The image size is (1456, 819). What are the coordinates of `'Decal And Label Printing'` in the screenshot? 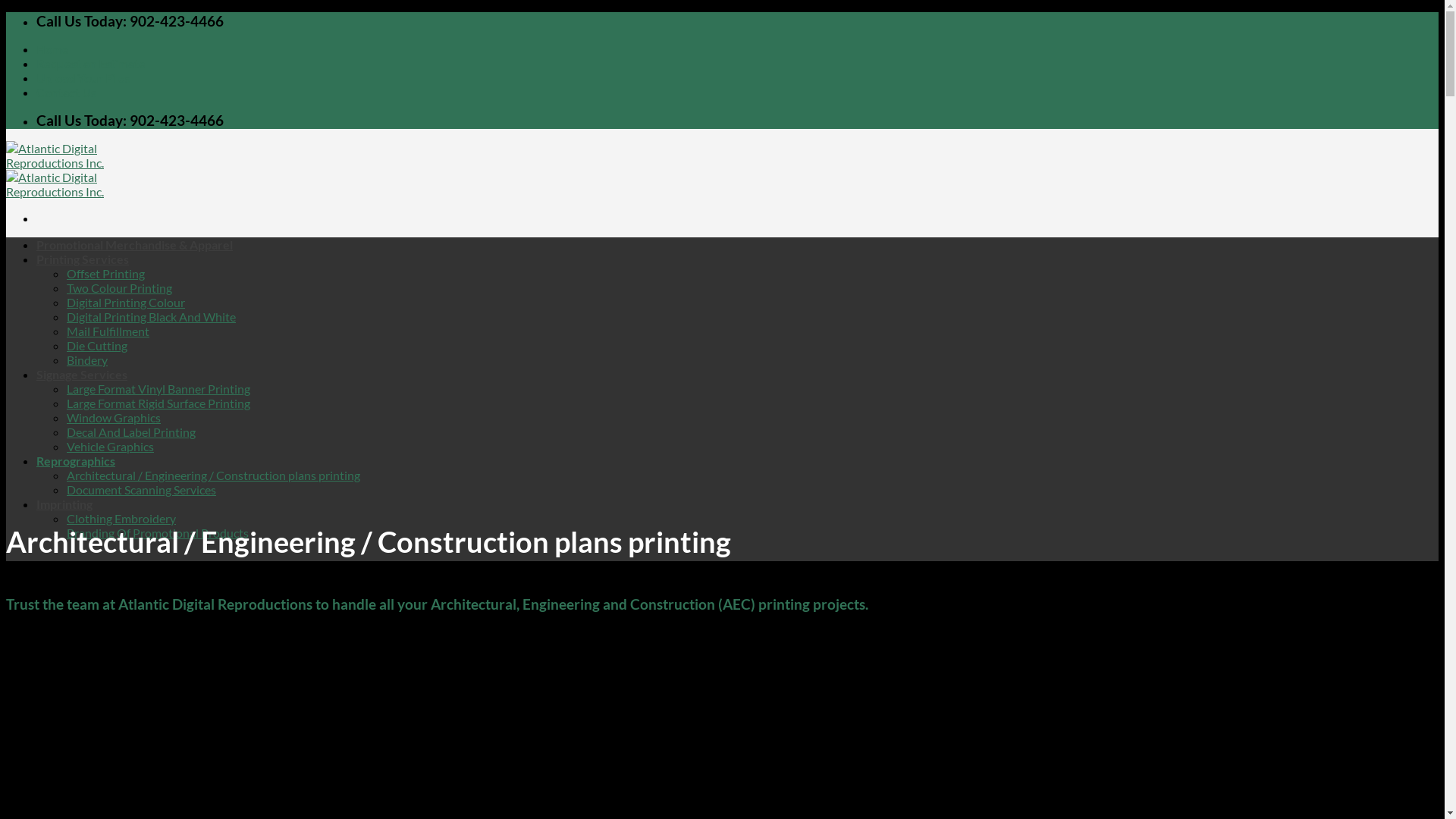 It's located at (130, 431).